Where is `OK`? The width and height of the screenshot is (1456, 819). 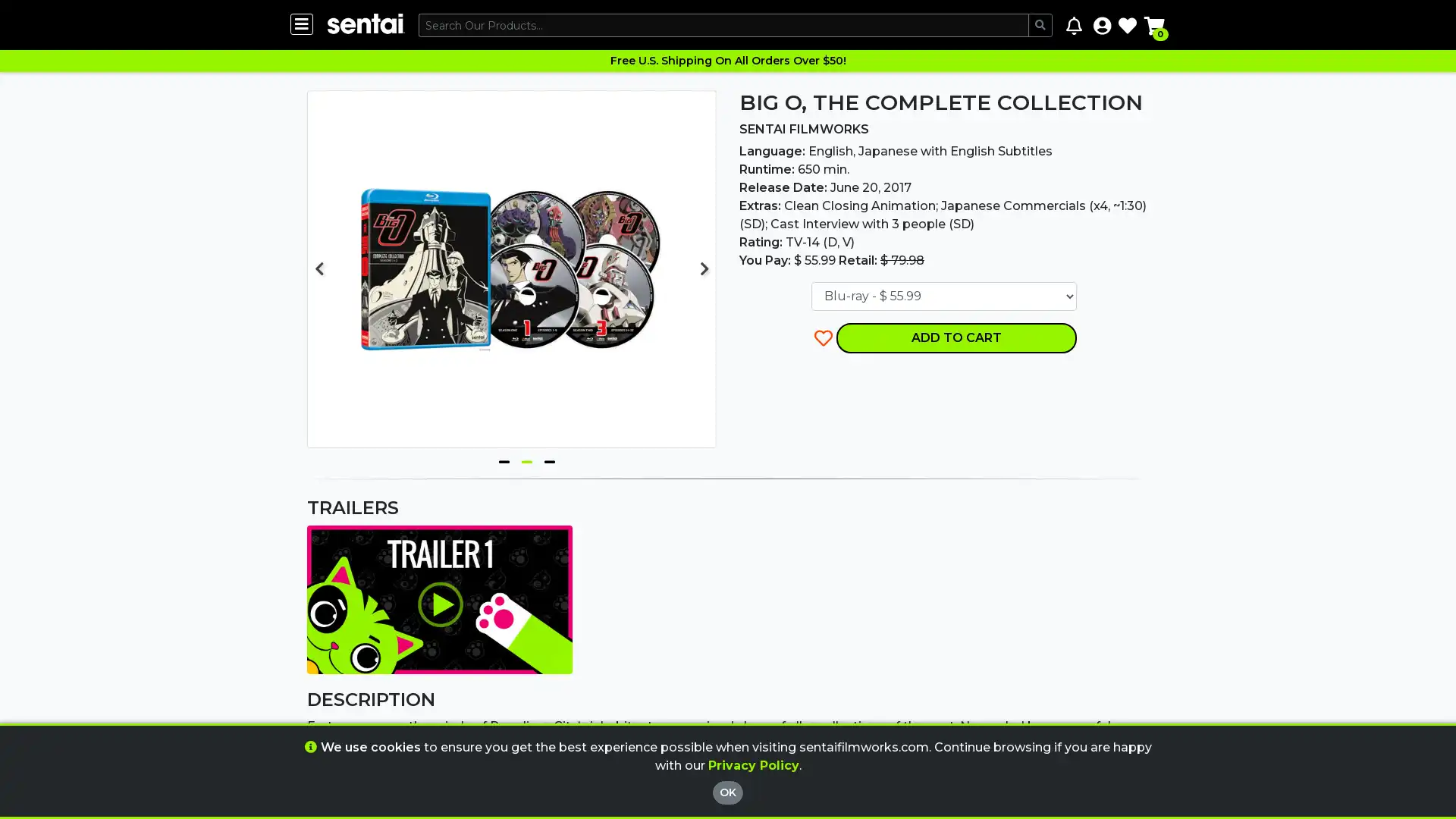
OK is located at coordinates (728, 792).